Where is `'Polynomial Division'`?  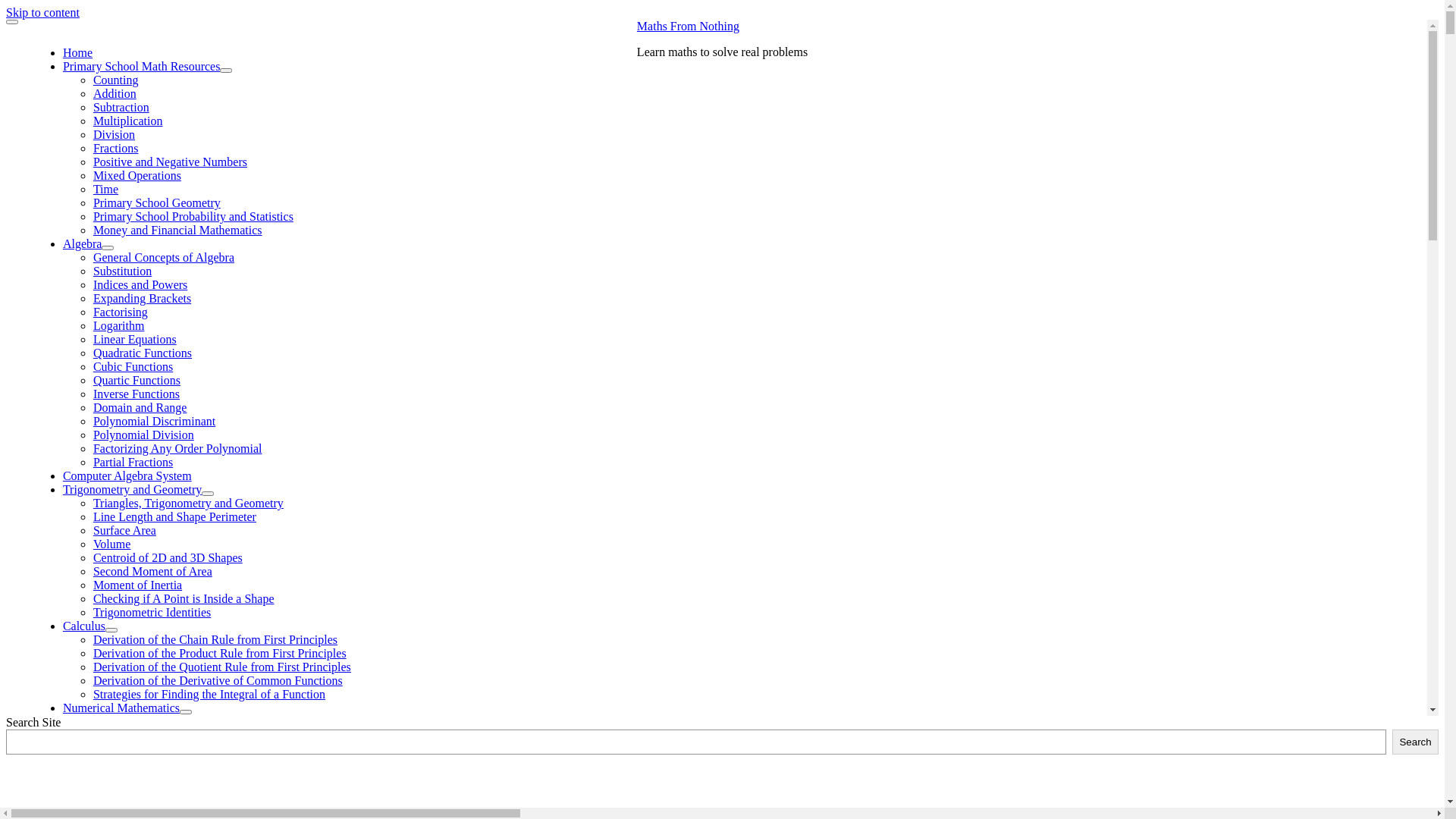 'Polynomial Division' is located at coordinates (143, 435).